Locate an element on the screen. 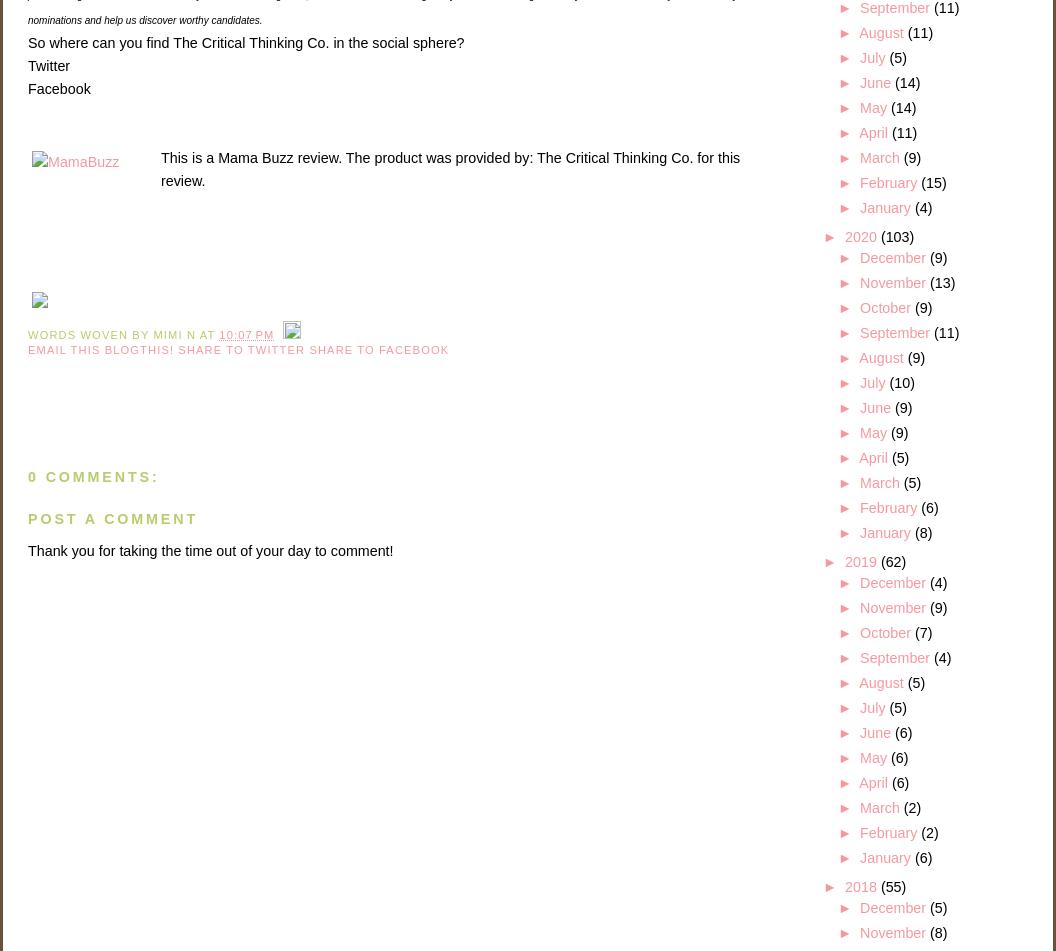 This screenshot has width=1056, height=951. '2020' is located at coordinates (861, 236).